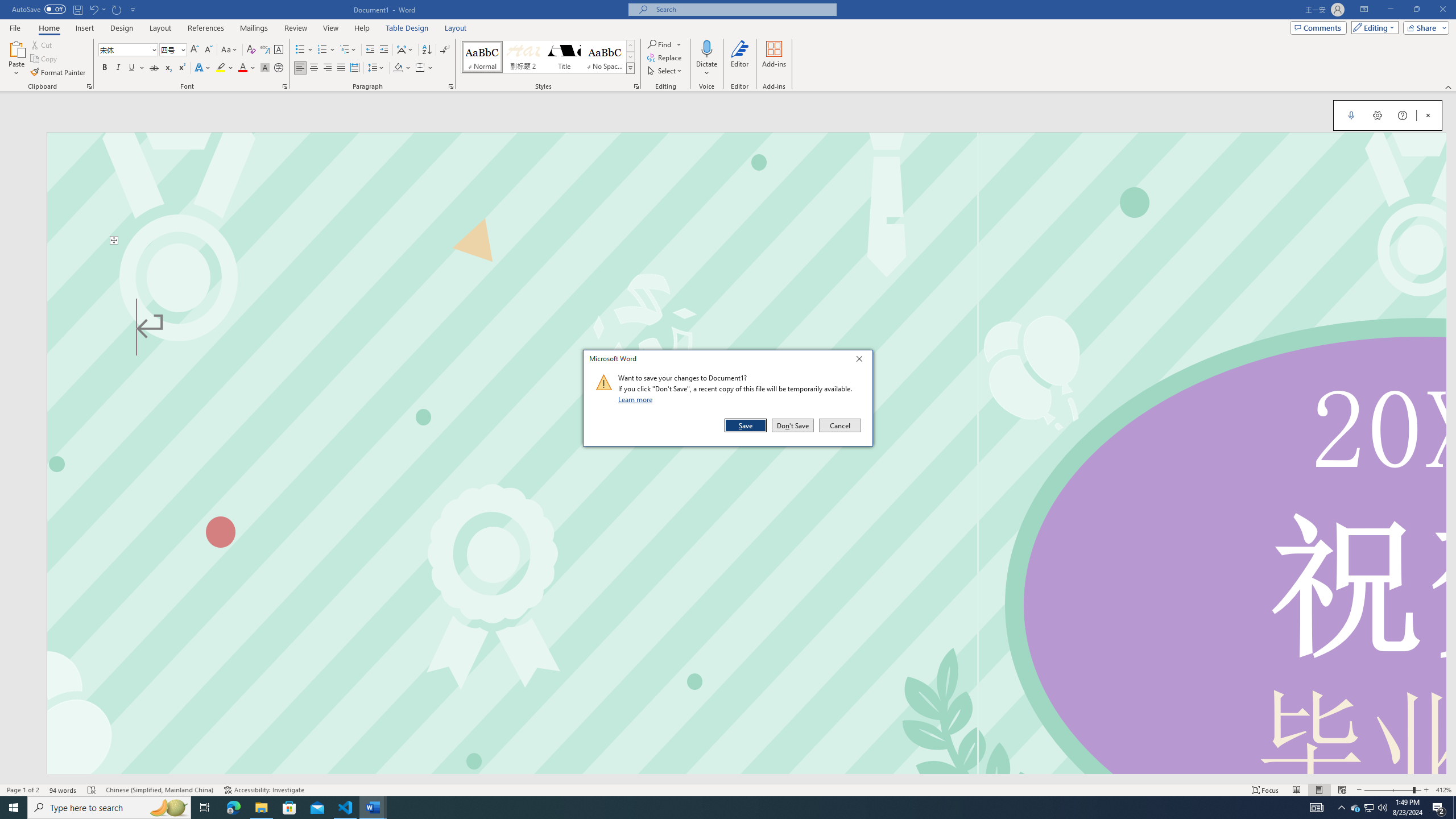 This screenshot has height=819, width=1456. Describe the element at coordinates (637, 399) in the screenshot. I see `'Learn more'` at that location.